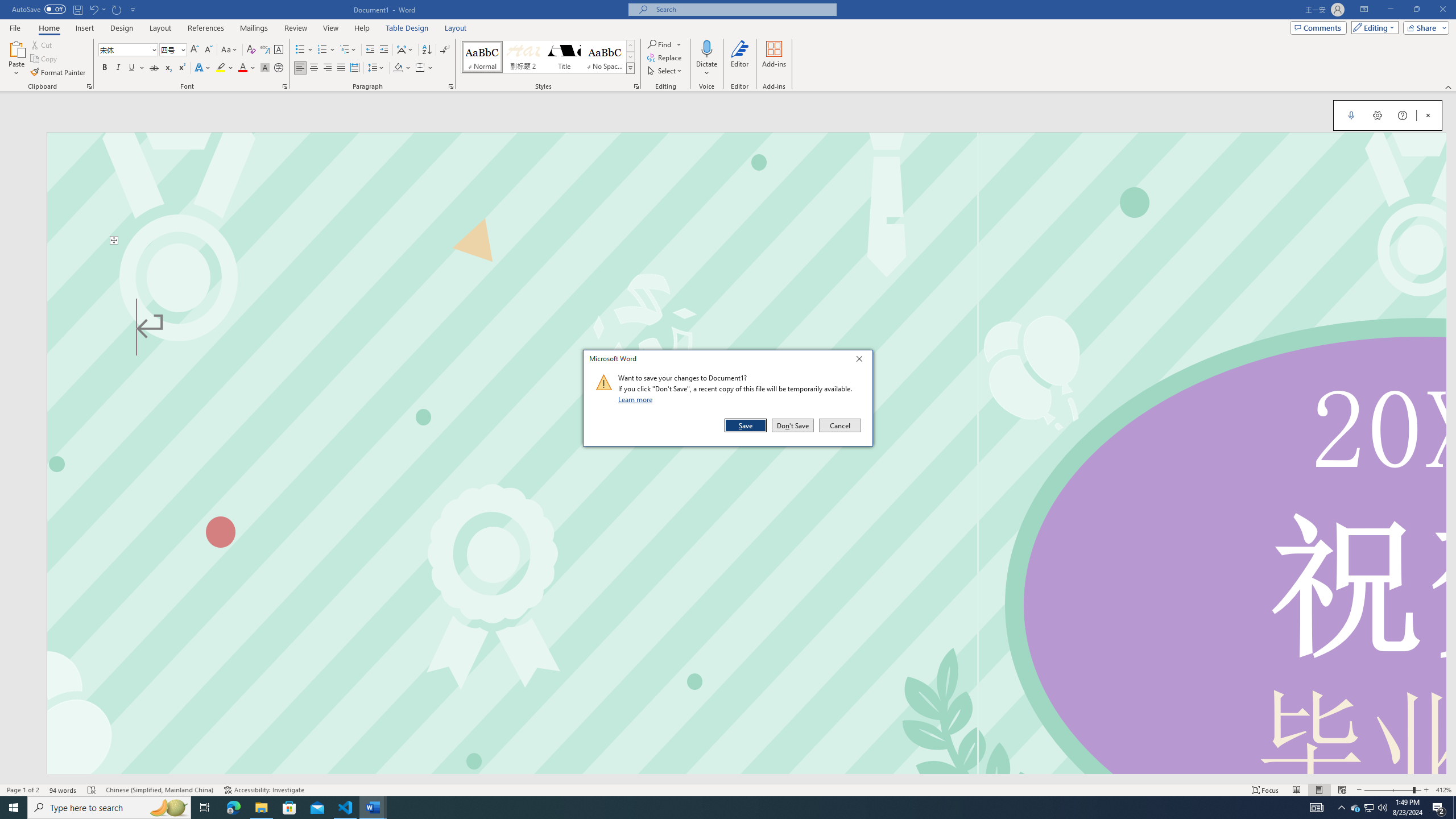 This screenshot has height=819, width=1456. Describe the element at coordinates (637, 399) in the screenshot. I see `'Learn more'` at that location.